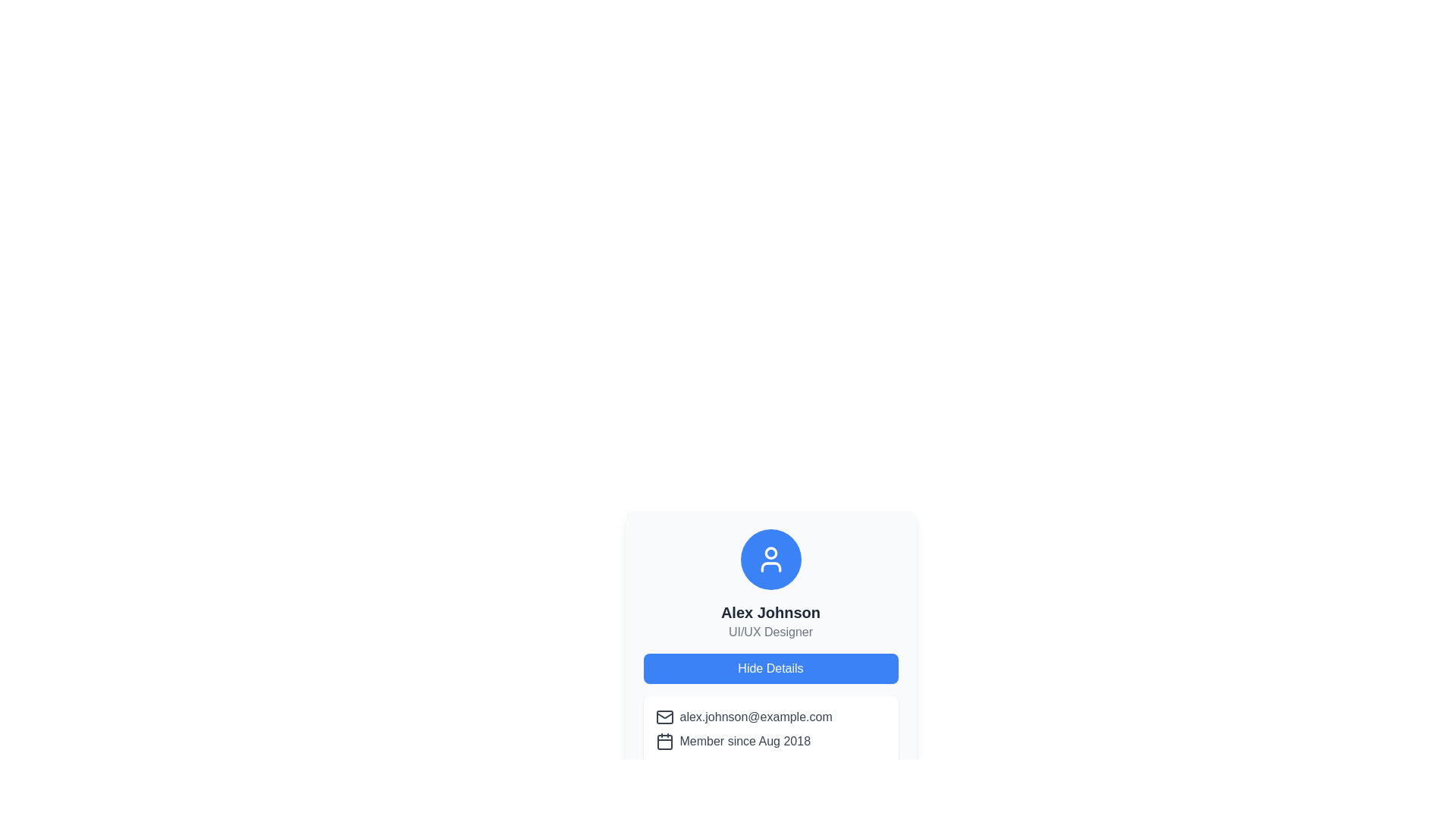 This screenshot has width=1456, height=819. Describe the element at coordinates (770, 717) in the screenshot. I see `the text element displaying the email address 'alex.johnson@example.com' with the accompanying mail icon, which is styled in gray and located within a card-like component` at that location.